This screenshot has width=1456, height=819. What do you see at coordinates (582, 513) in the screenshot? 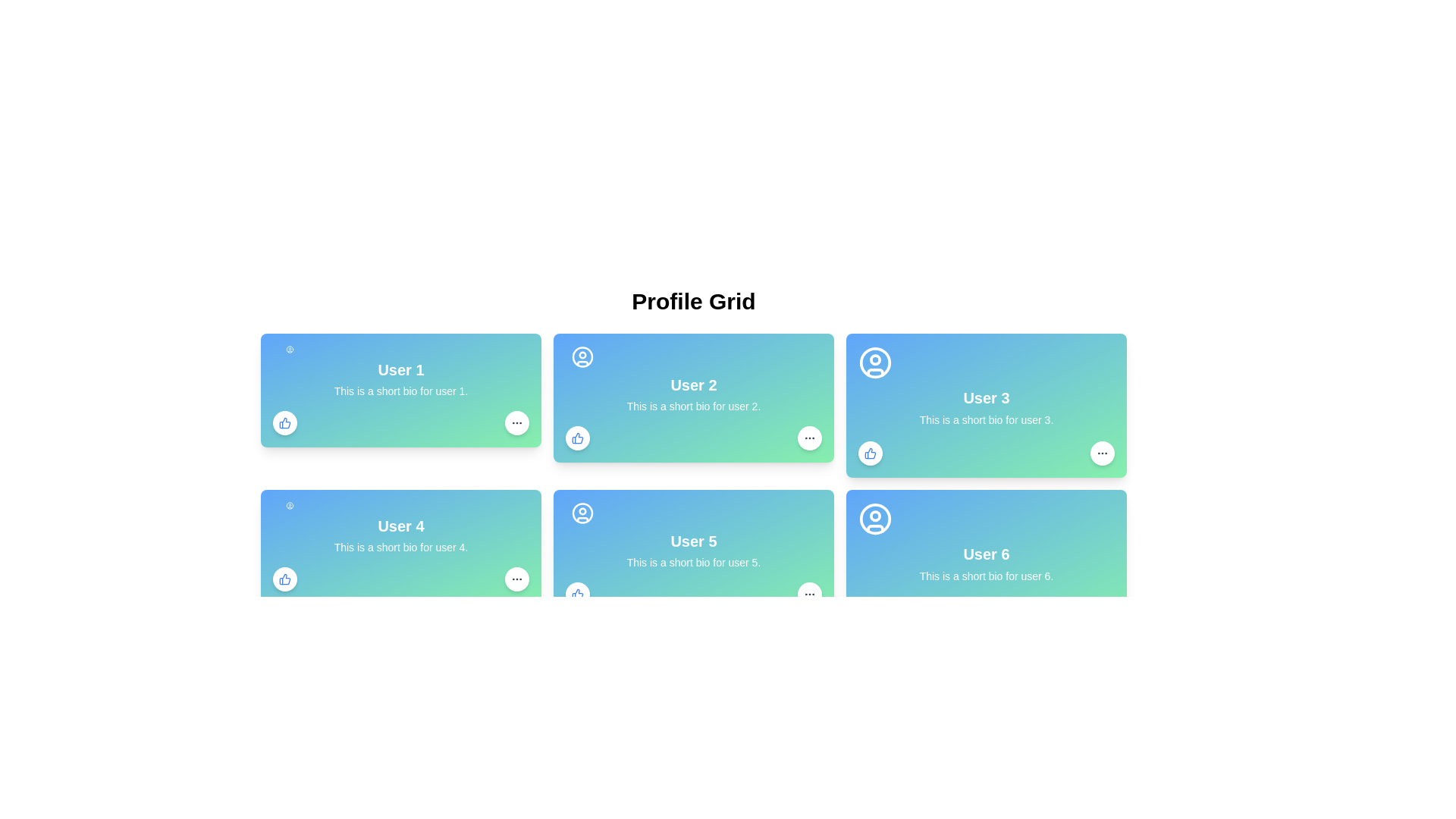
I see `the user icon representing 'User 5' located at the top-left corner of the user profile card, which includes a circular outline and gradient background` at bounding box center [582, 513].